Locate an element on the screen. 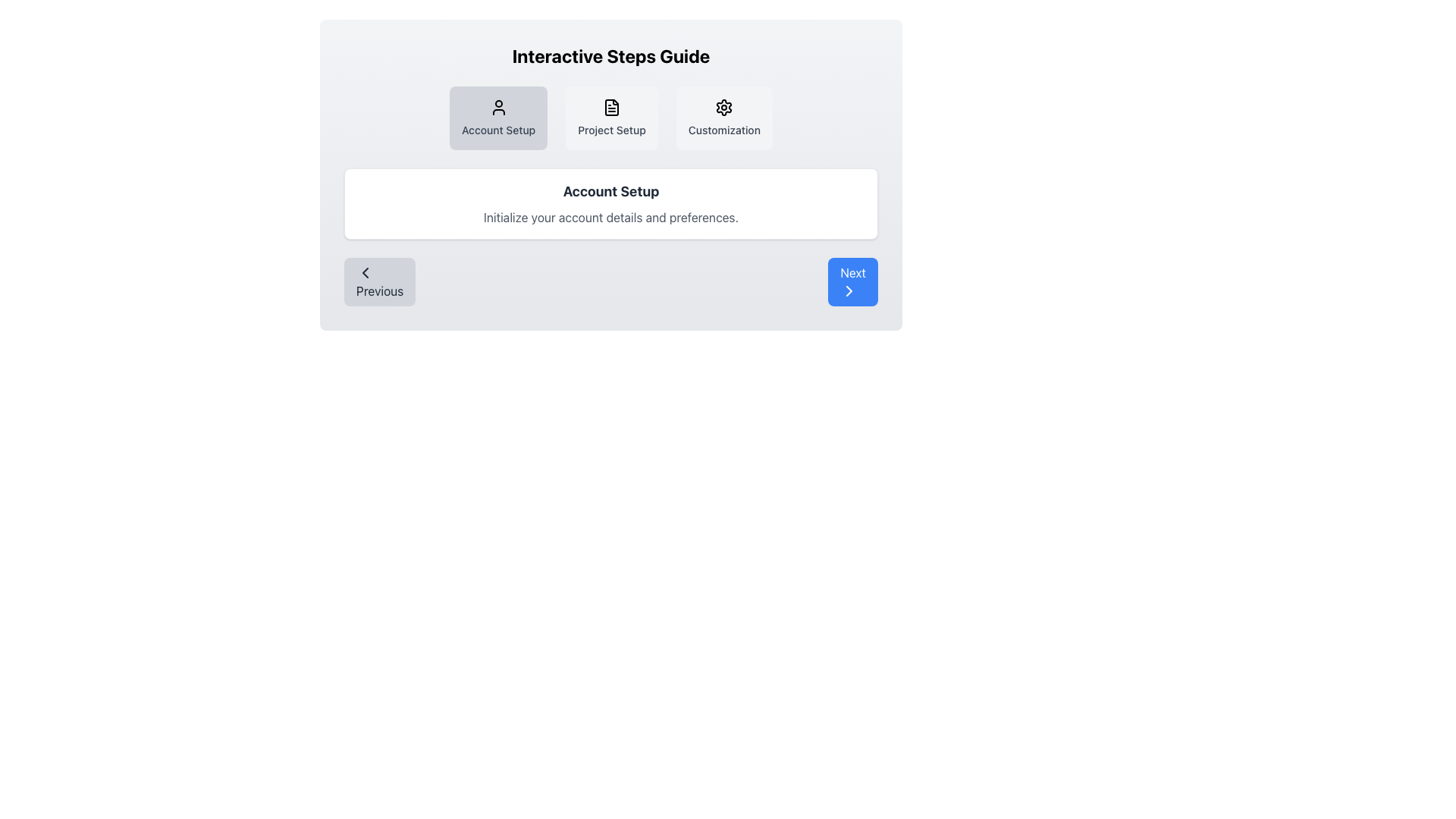  the settings icon located in the 'Customization' section is located at coordinates (723, 107).